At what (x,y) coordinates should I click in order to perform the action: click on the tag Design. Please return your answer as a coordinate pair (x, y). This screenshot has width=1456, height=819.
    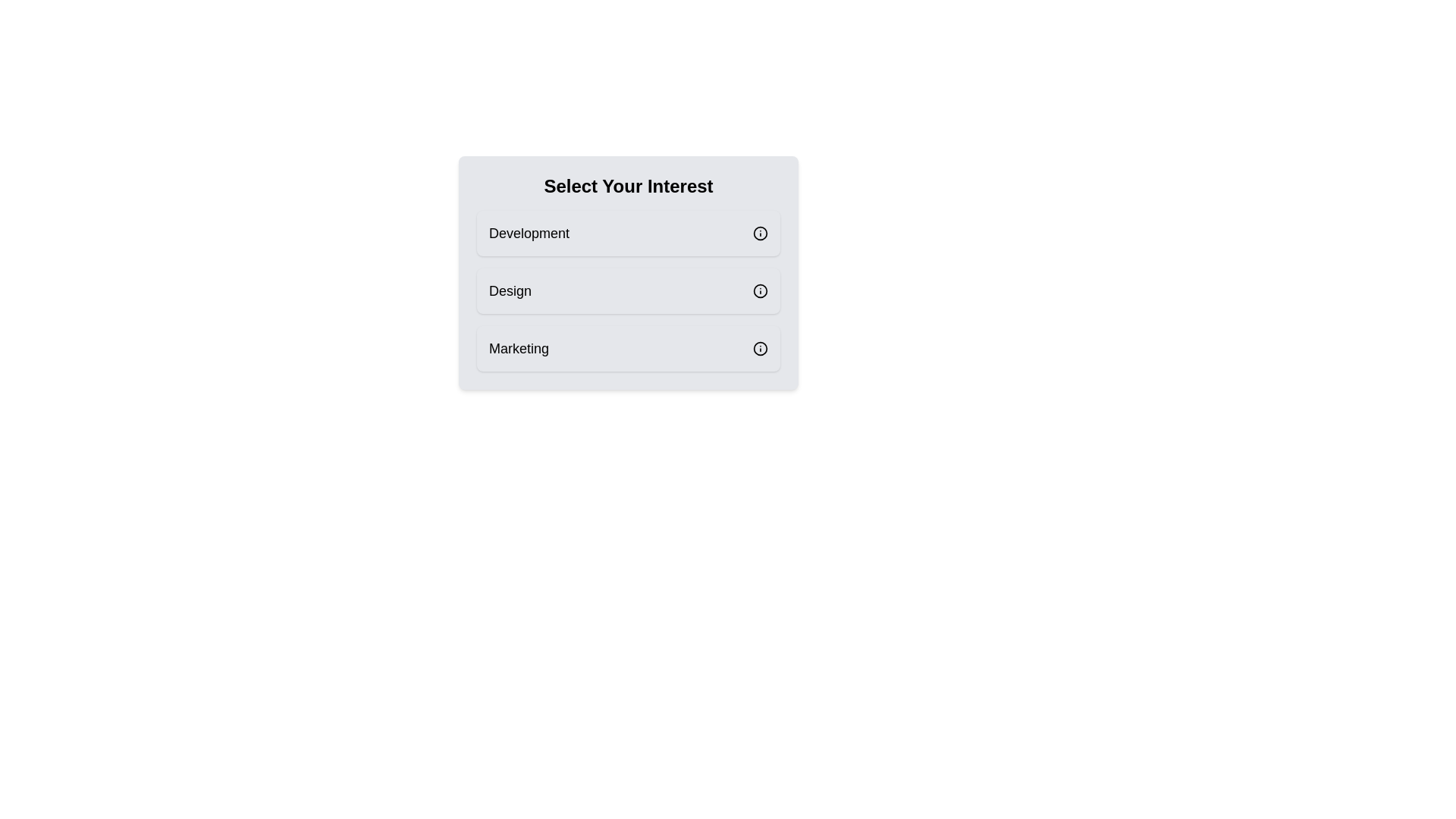
    Looking at the image, I should click on (629, 291).